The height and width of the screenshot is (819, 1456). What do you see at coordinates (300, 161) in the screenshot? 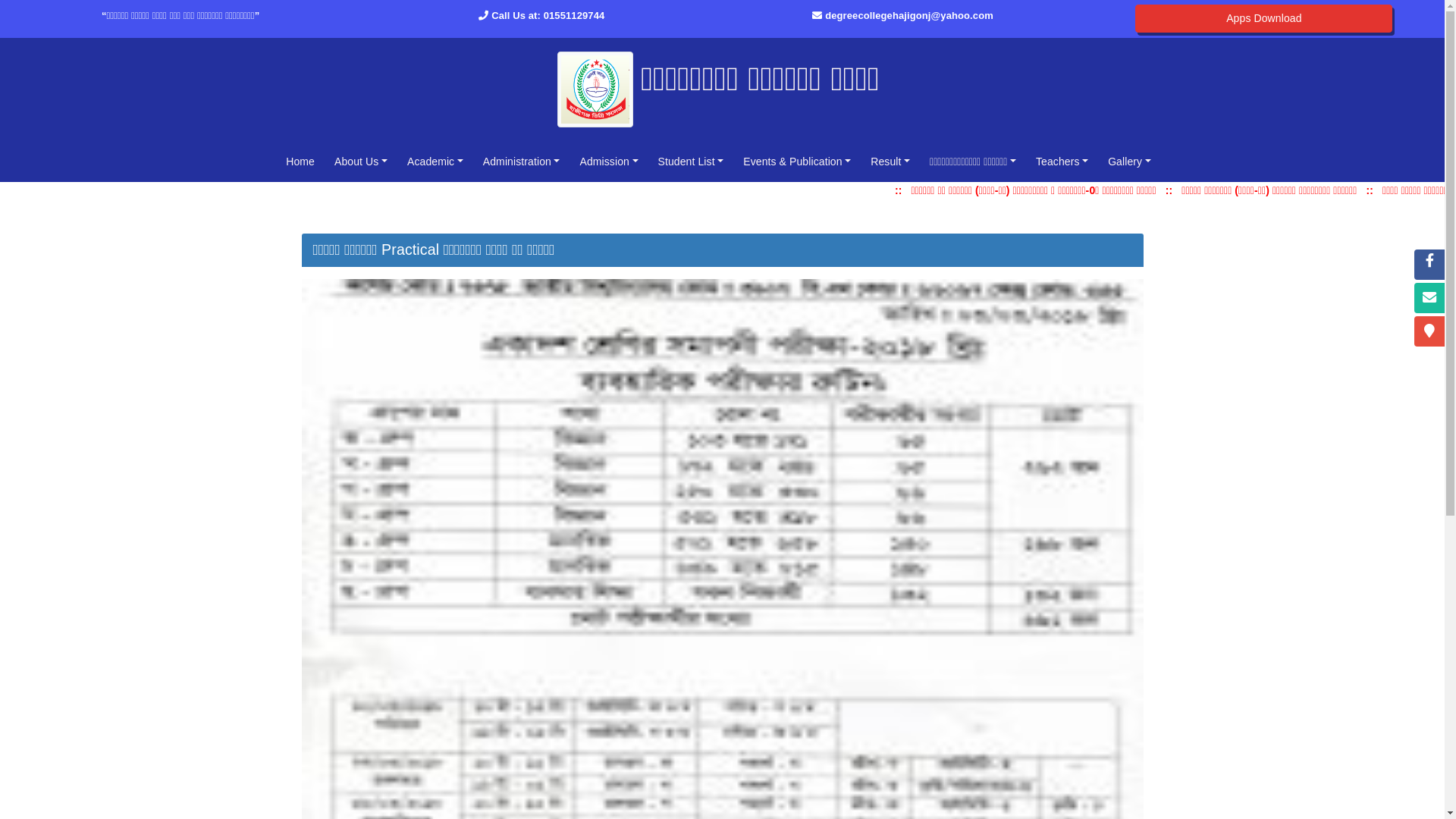
I see `'Home` at bounding box center [300, 161].